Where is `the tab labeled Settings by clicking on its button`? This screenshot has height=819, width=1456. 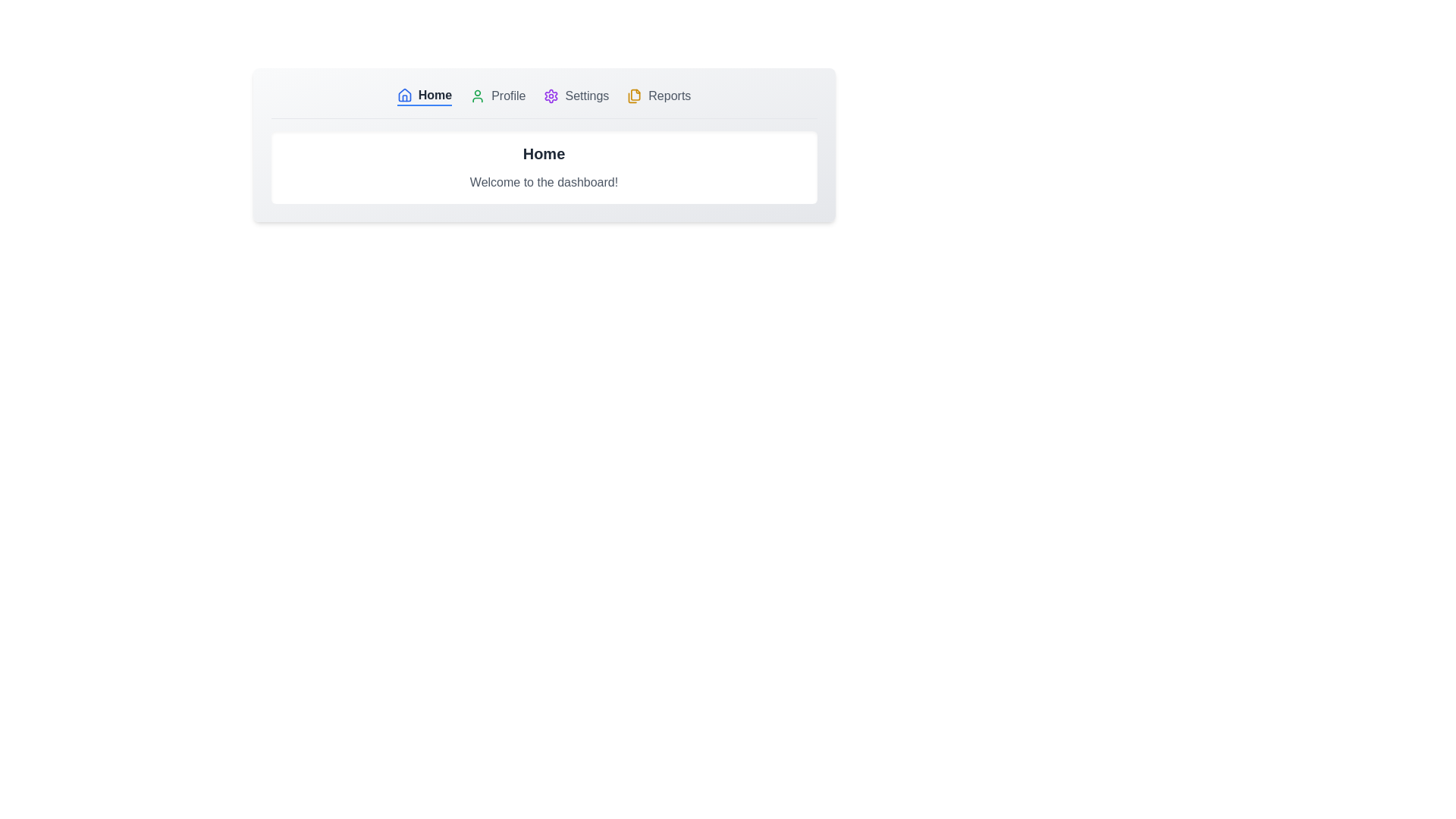
the tab labeled Settings by clicking on its button is located at coordinates (576, 96).